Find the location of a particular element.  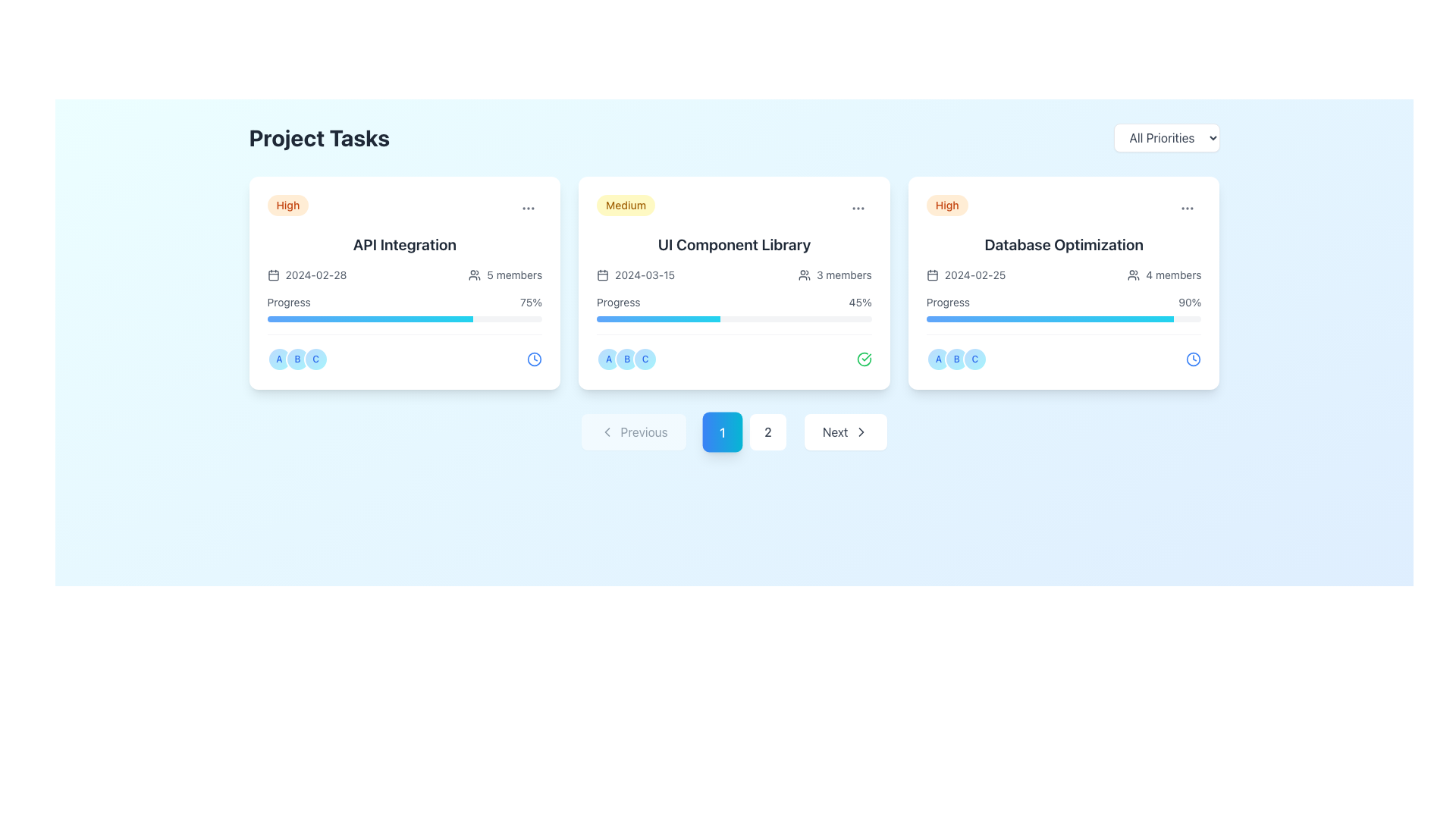

the circular icon with a gradient background and a bold blue letter 'C' centered, which is the third sibling in the group of circular icons is located at coordinates (974, 359).